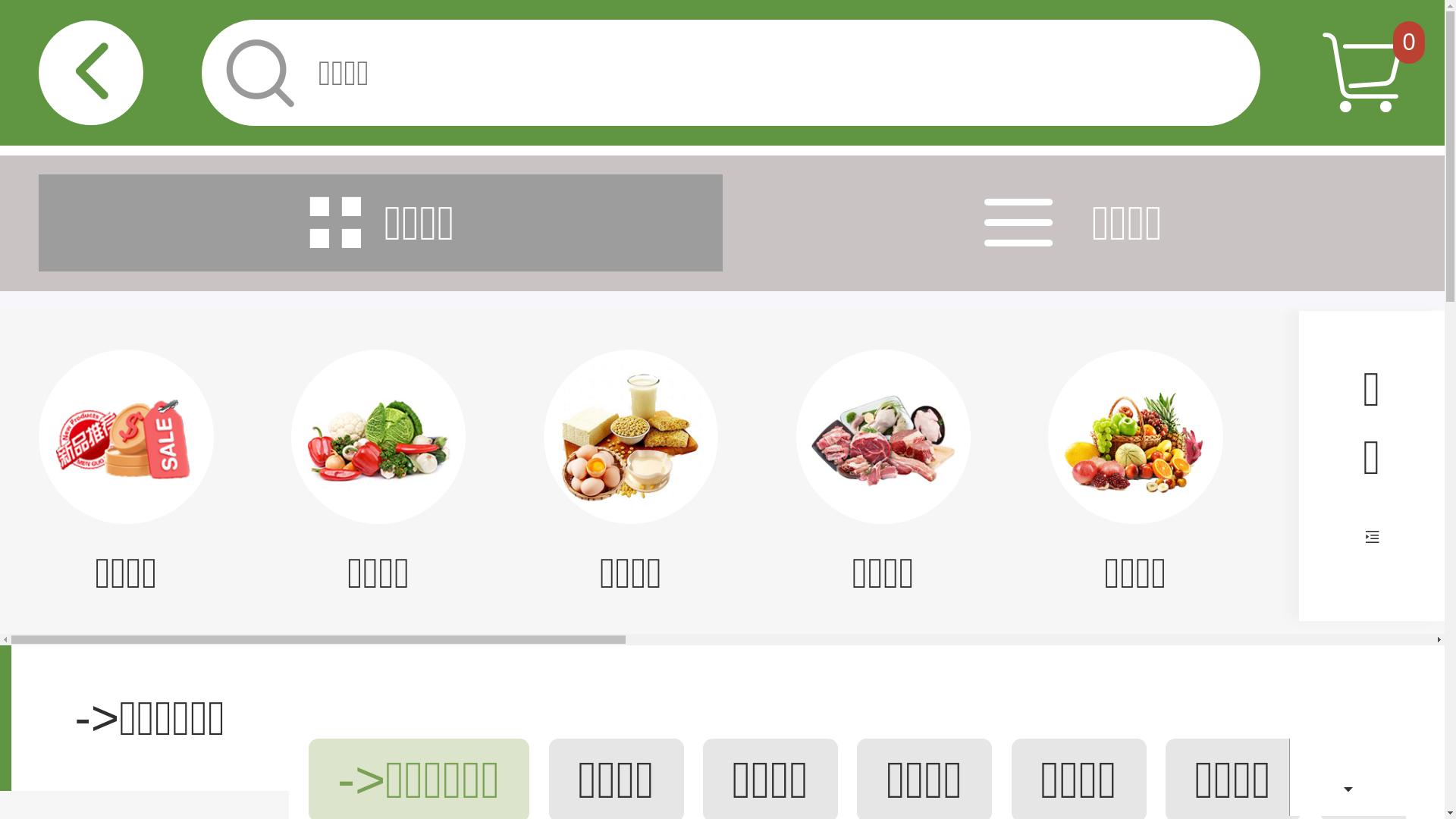 Image resolution: width=1456 pixels, height=819 pixels. I want to click on '0', so click(1408, 42).